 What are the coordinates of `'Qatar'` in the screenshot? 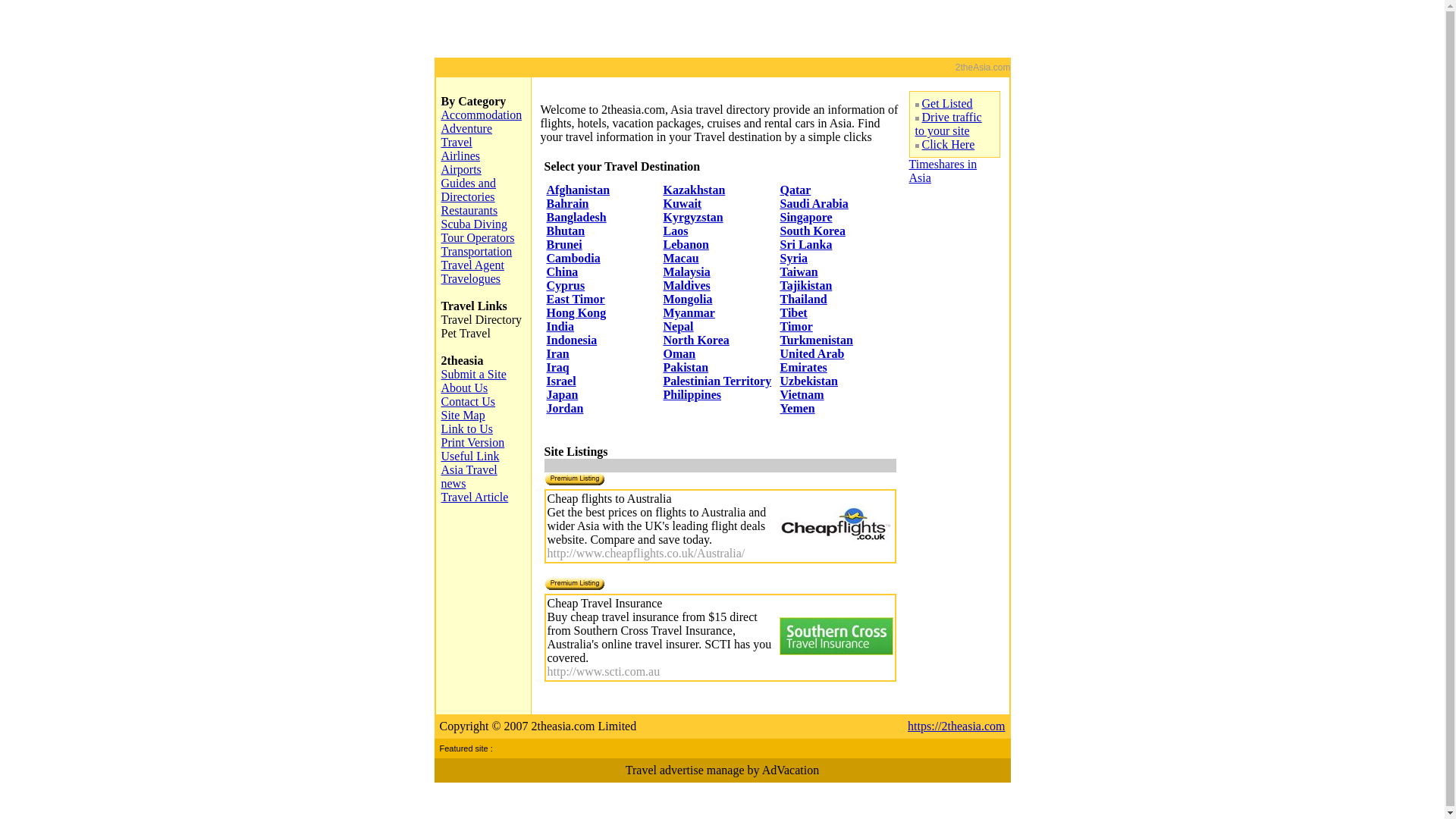 It's located at (779, 189).